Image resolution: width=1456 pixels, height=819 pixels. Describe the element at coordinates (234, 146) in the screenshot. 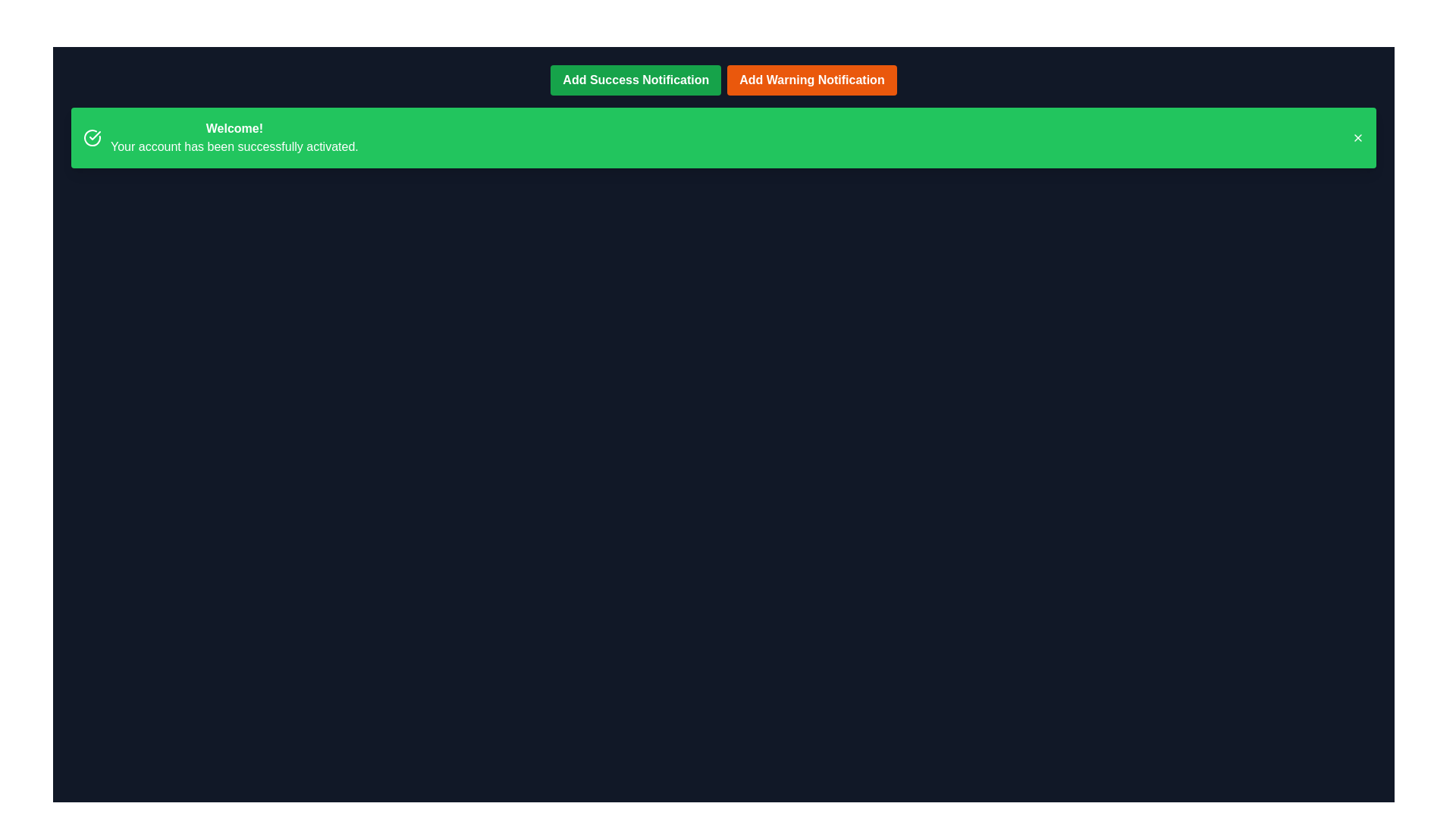

I see `the text label displaying 'Your account has been successfully activated.' which is styled in a light font on a green background, located below the 'Welcome!' text in the notification bar` at that location.